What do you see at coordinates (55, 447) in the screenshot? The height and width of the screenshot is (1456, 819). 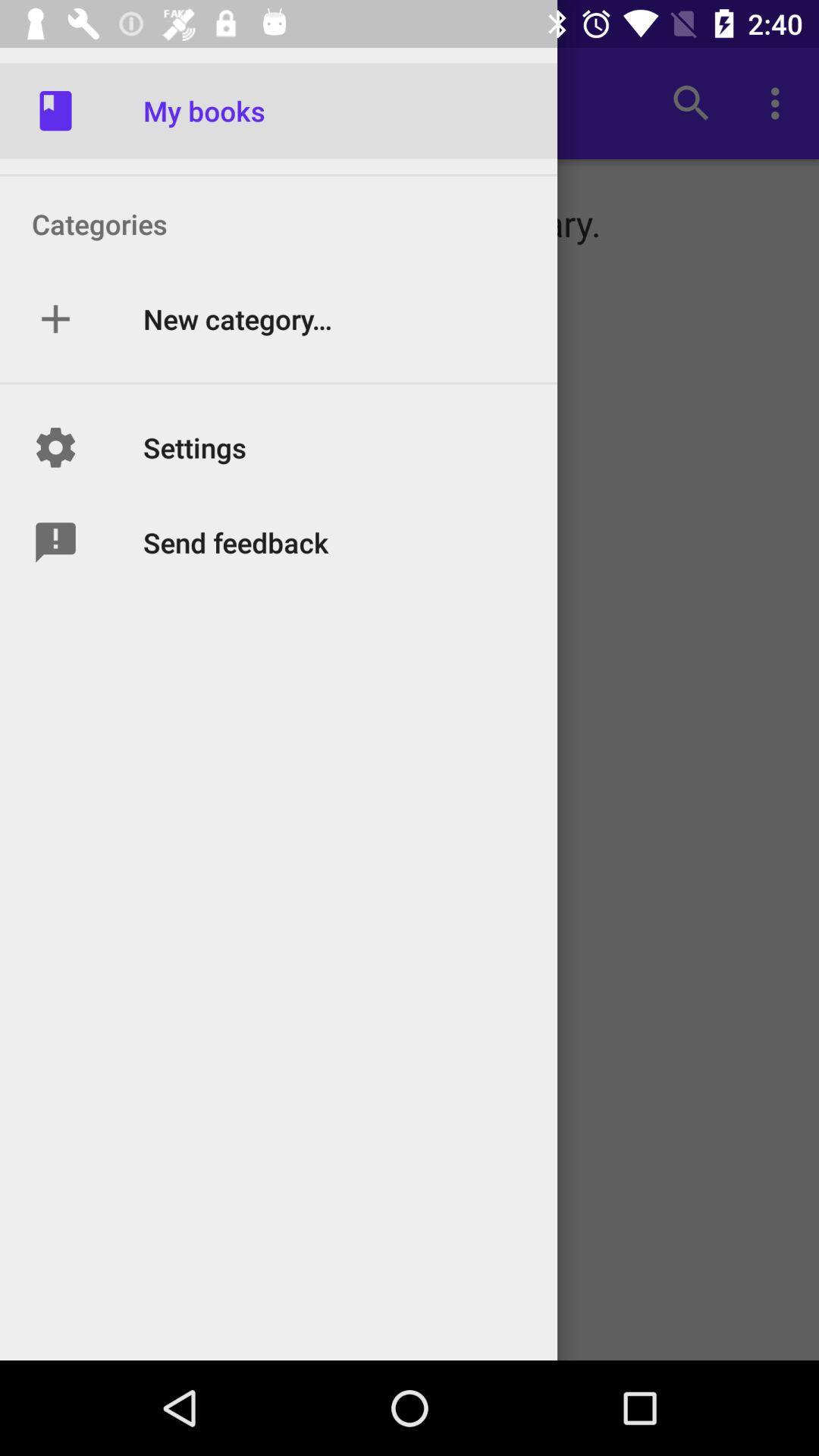 I see `the option beside text settings` at bounding box center [55, 447].